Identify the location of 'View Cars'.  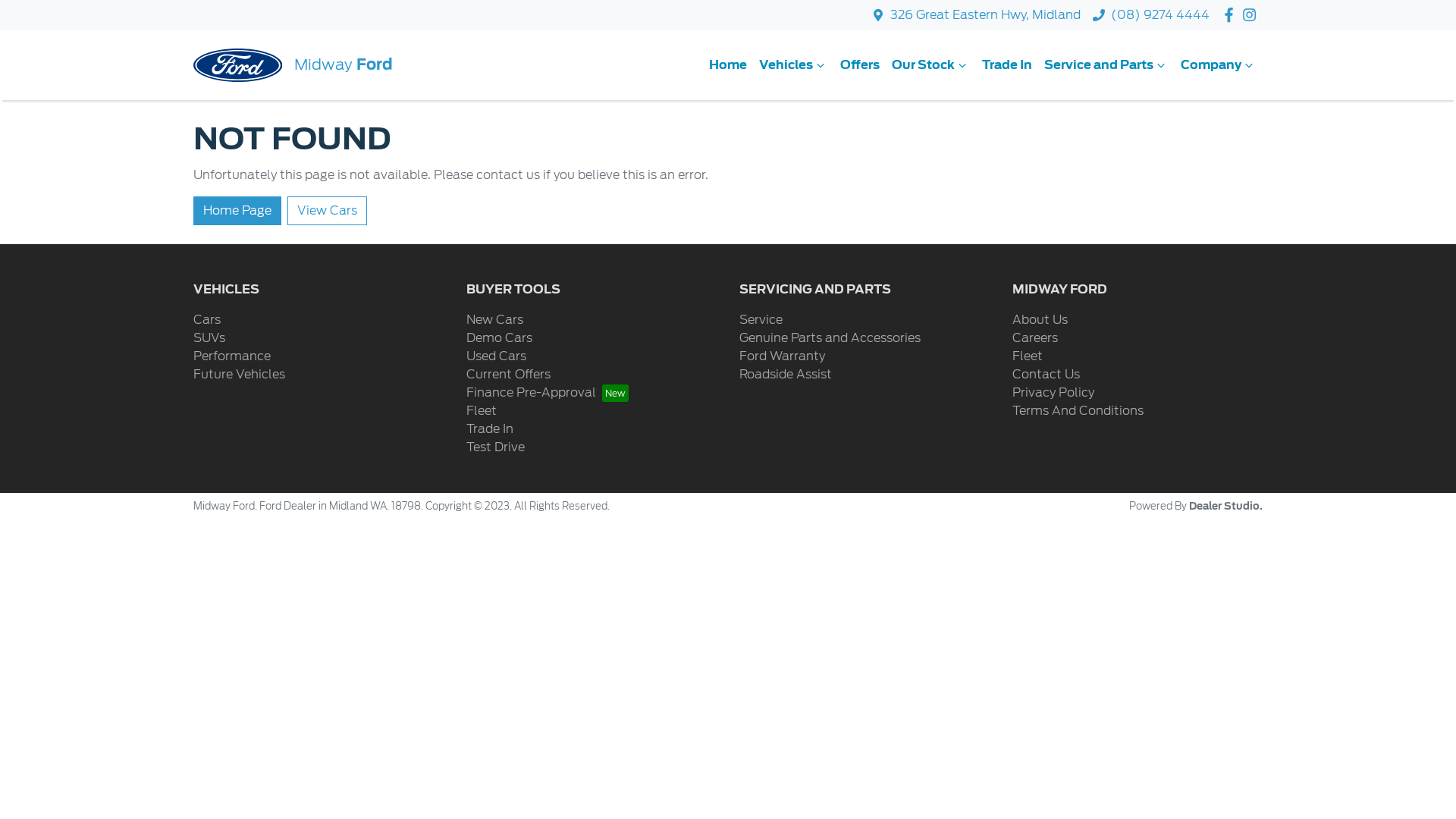
(287, 210).